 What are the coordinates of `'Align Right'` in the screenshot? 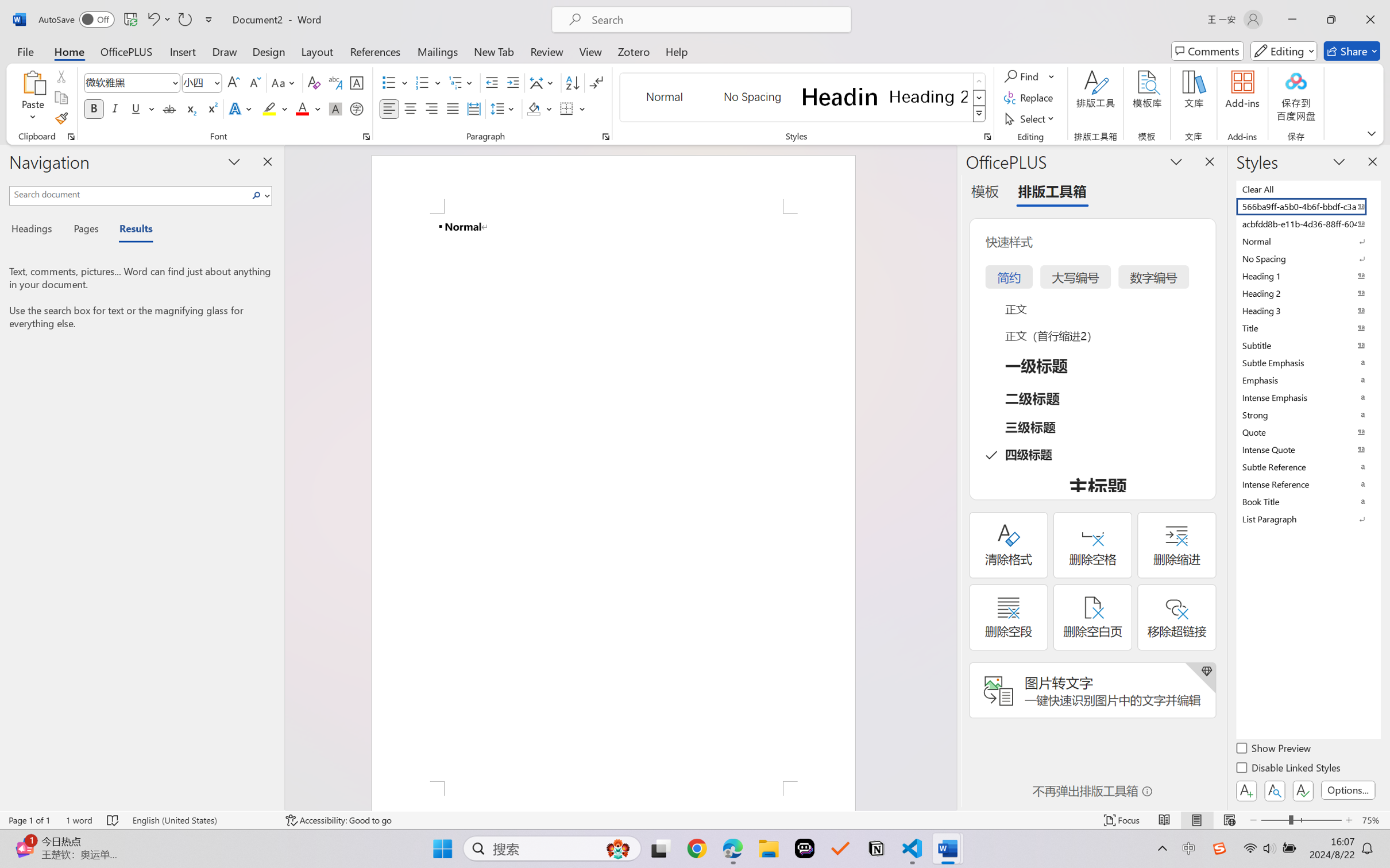 It's located at (432, 108).